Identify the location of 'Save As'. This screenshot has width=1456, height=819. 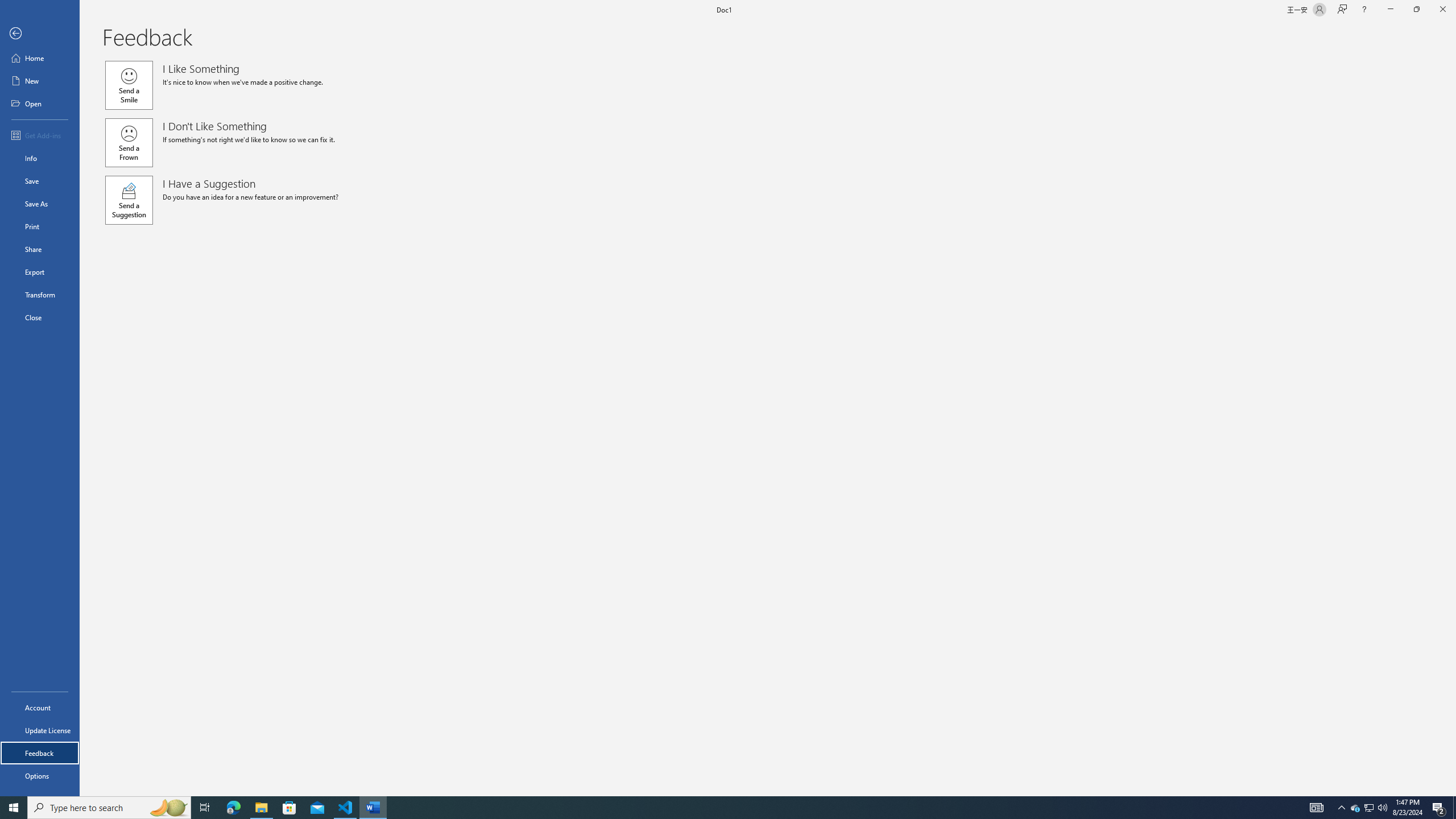
(39, 202).